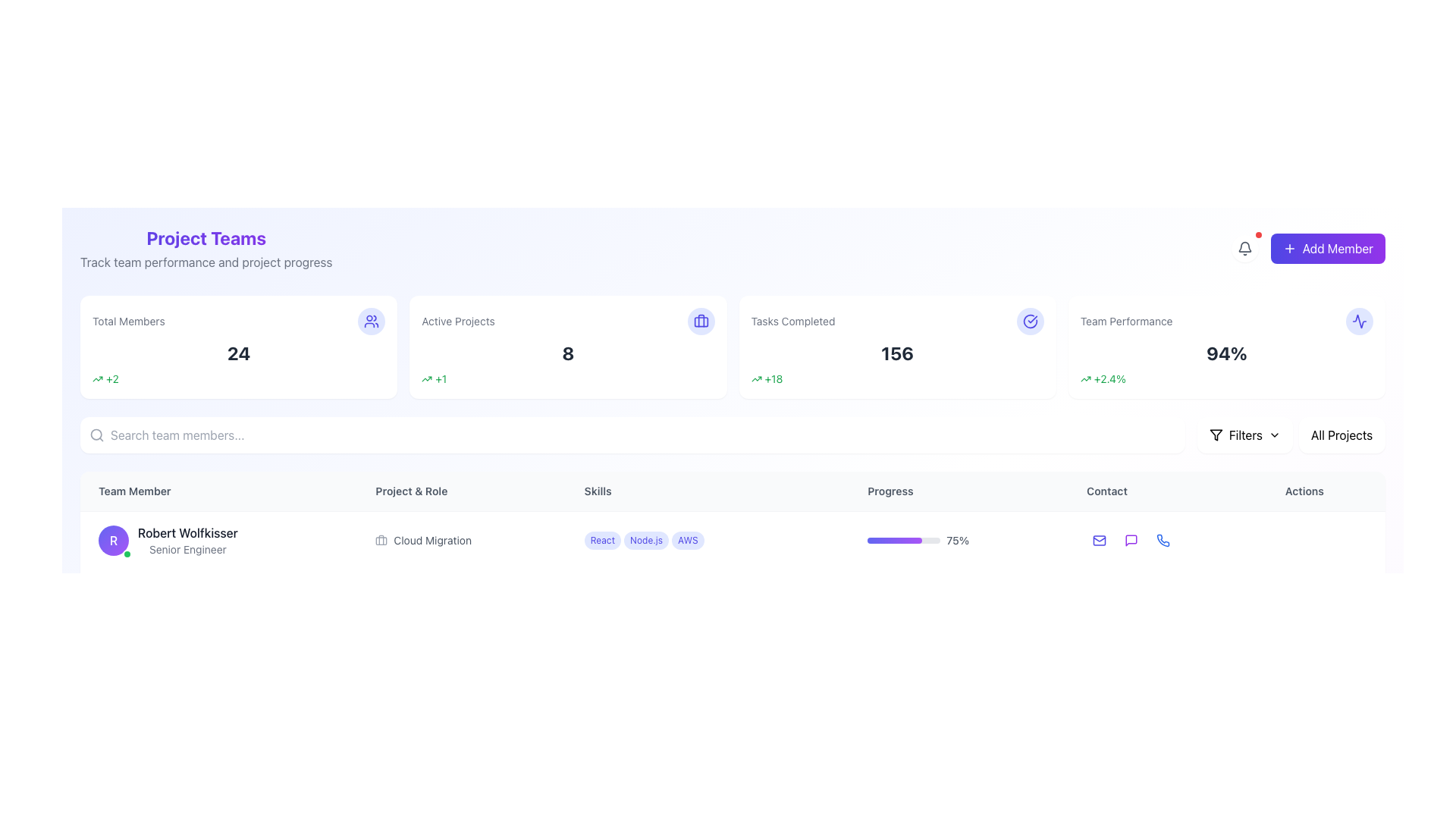  Describe the element at coordinates (238, 347) in the screenshot. I see `the Informational card that displays 'Total Members' with the number '24' and a green arrow indicating an increase, located at the top-left of the grid layout` at that location.